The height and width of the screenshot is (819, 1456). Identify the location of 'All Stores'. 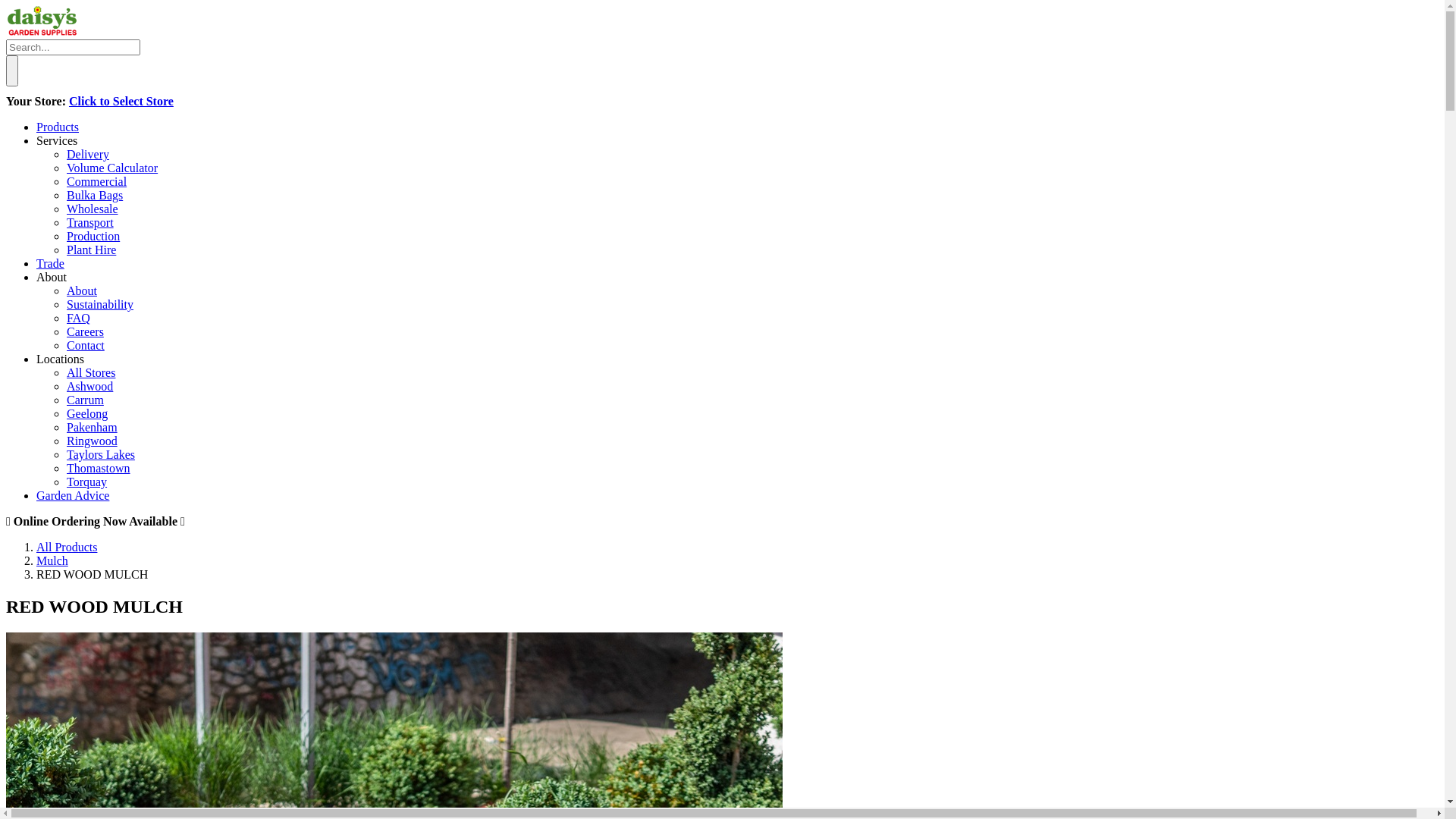
(65, 372).